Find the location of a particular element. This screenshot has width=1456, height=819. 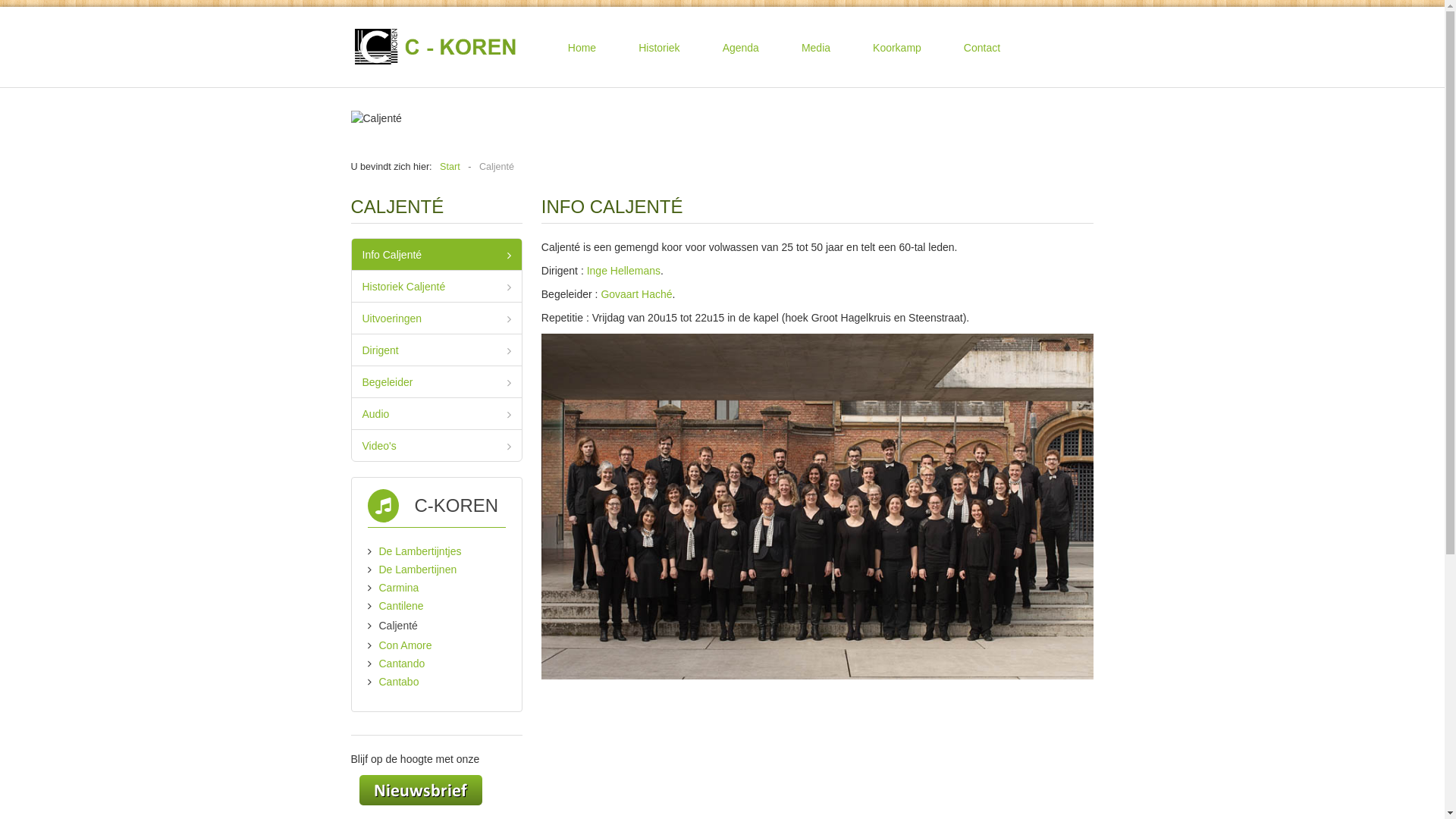

'Start' is located at coordinates (449, 166).